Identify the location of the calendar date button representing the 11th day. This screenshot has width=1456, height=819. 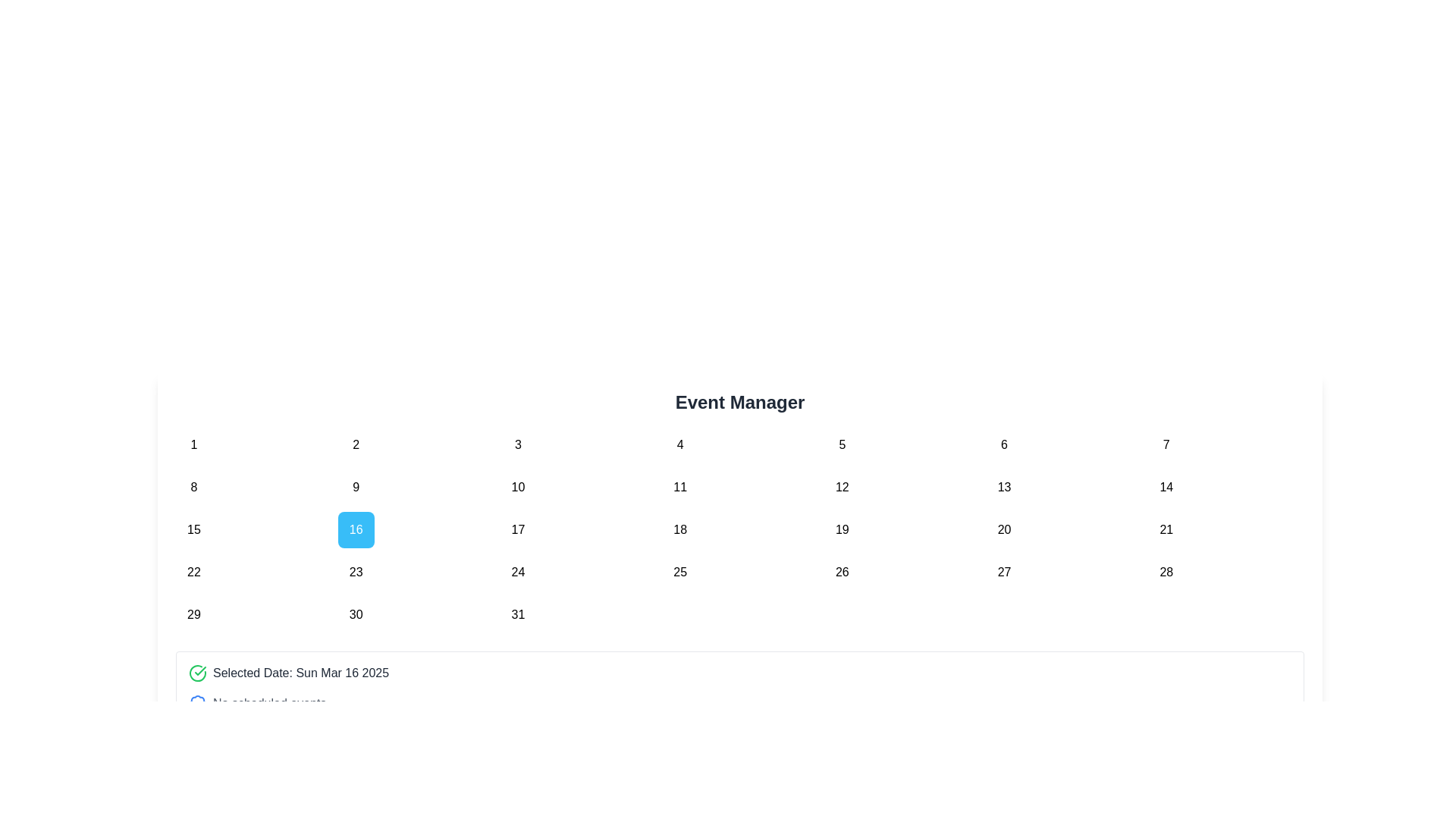
(679, 488).